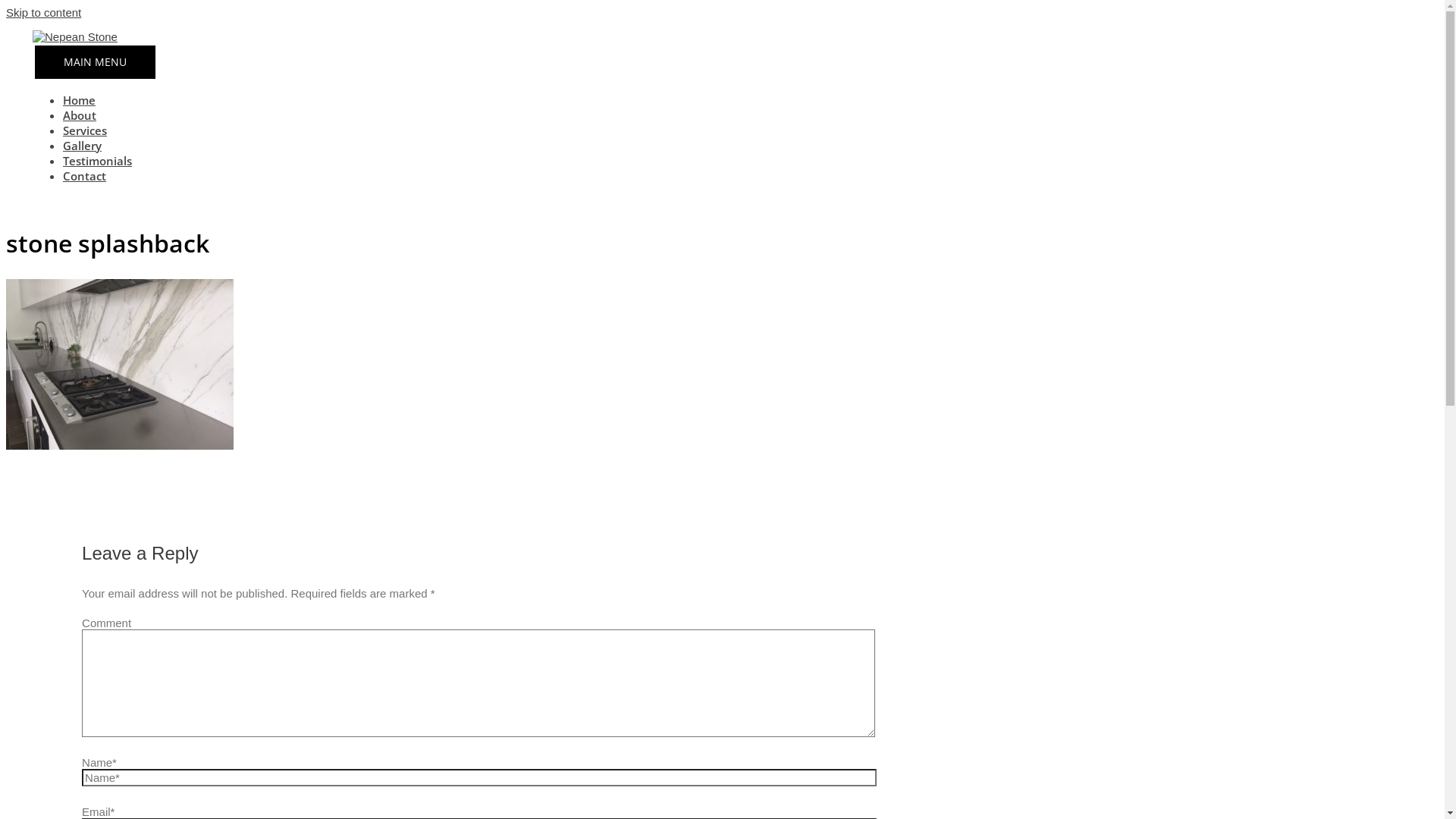  Describe the element at coordinates (81, 146) in the screenshot. I see `'Gallery'` at that location.